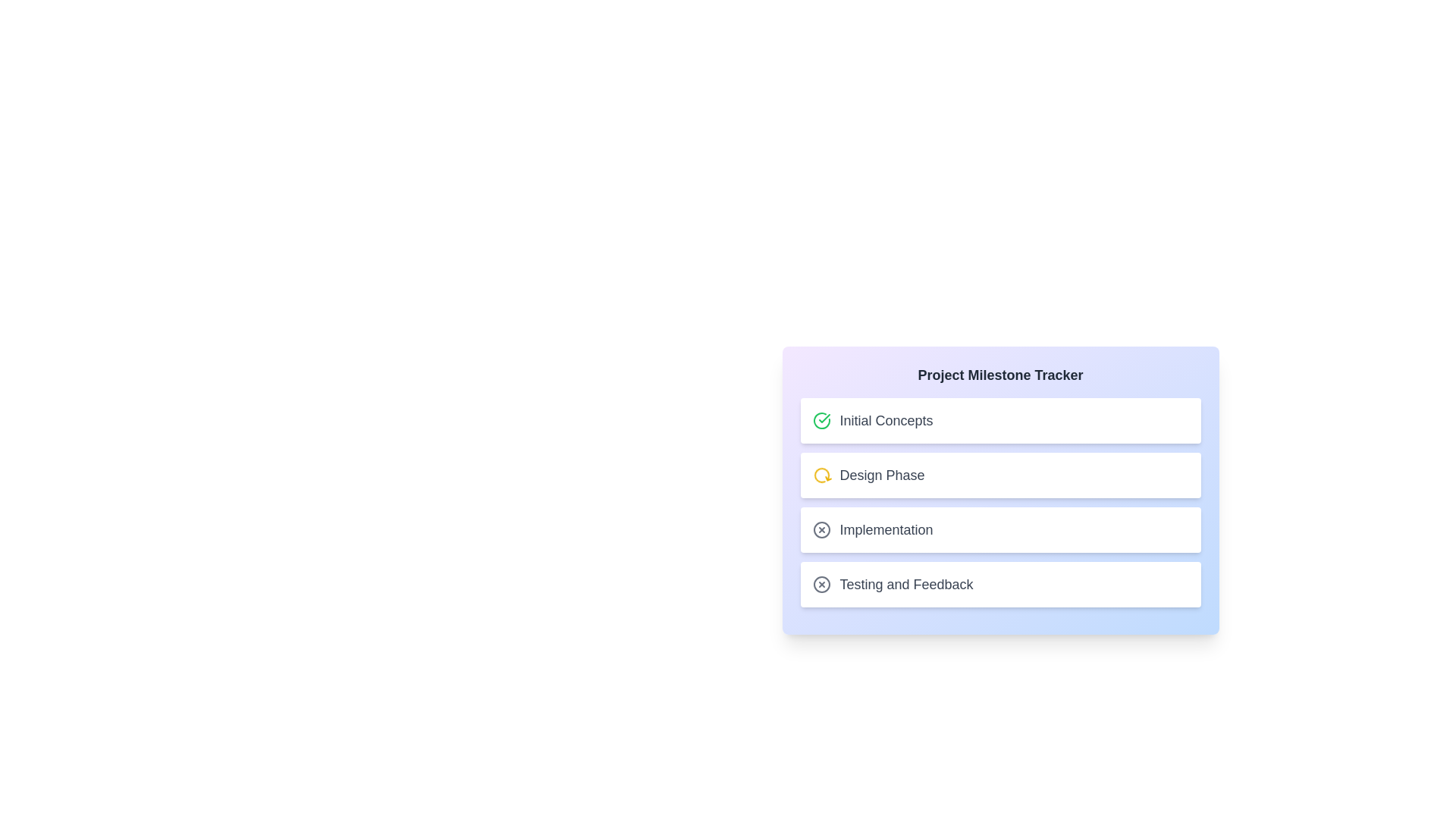 The width and height of the screenshot is (1456, 819). I want to click on the 'Implementation' text label in the milestone tracker interface for accessibility tools, so click(886, 529).